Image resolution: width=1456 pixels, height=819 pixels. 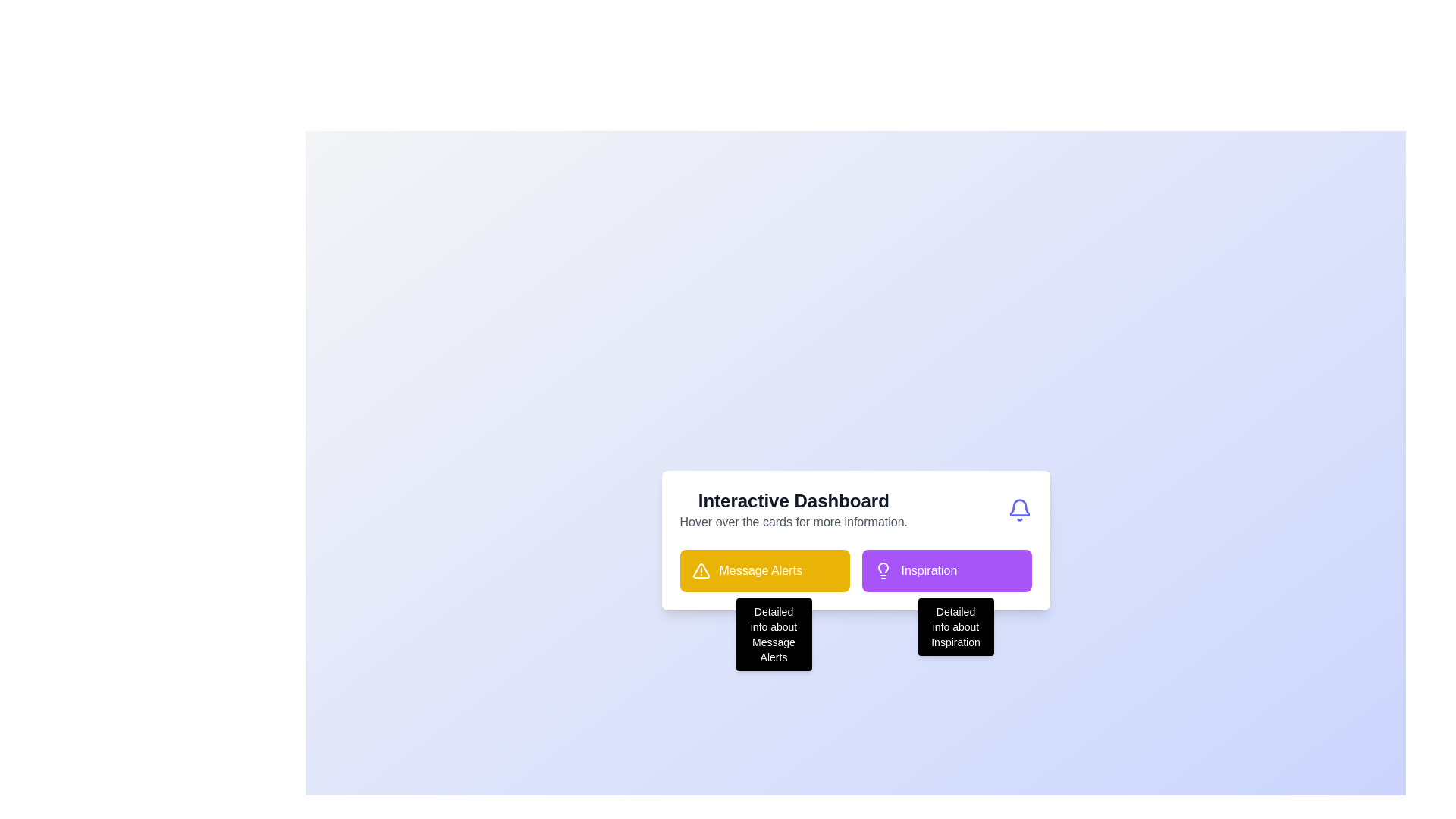 What do you see at coordinates (773, 635) in the screenshot?
I see `the tooltip displaying 'Detailed info about Message Alerts', which appears dynamically beneath the 'Message Alerts' button` at bounding box center [773, 635].